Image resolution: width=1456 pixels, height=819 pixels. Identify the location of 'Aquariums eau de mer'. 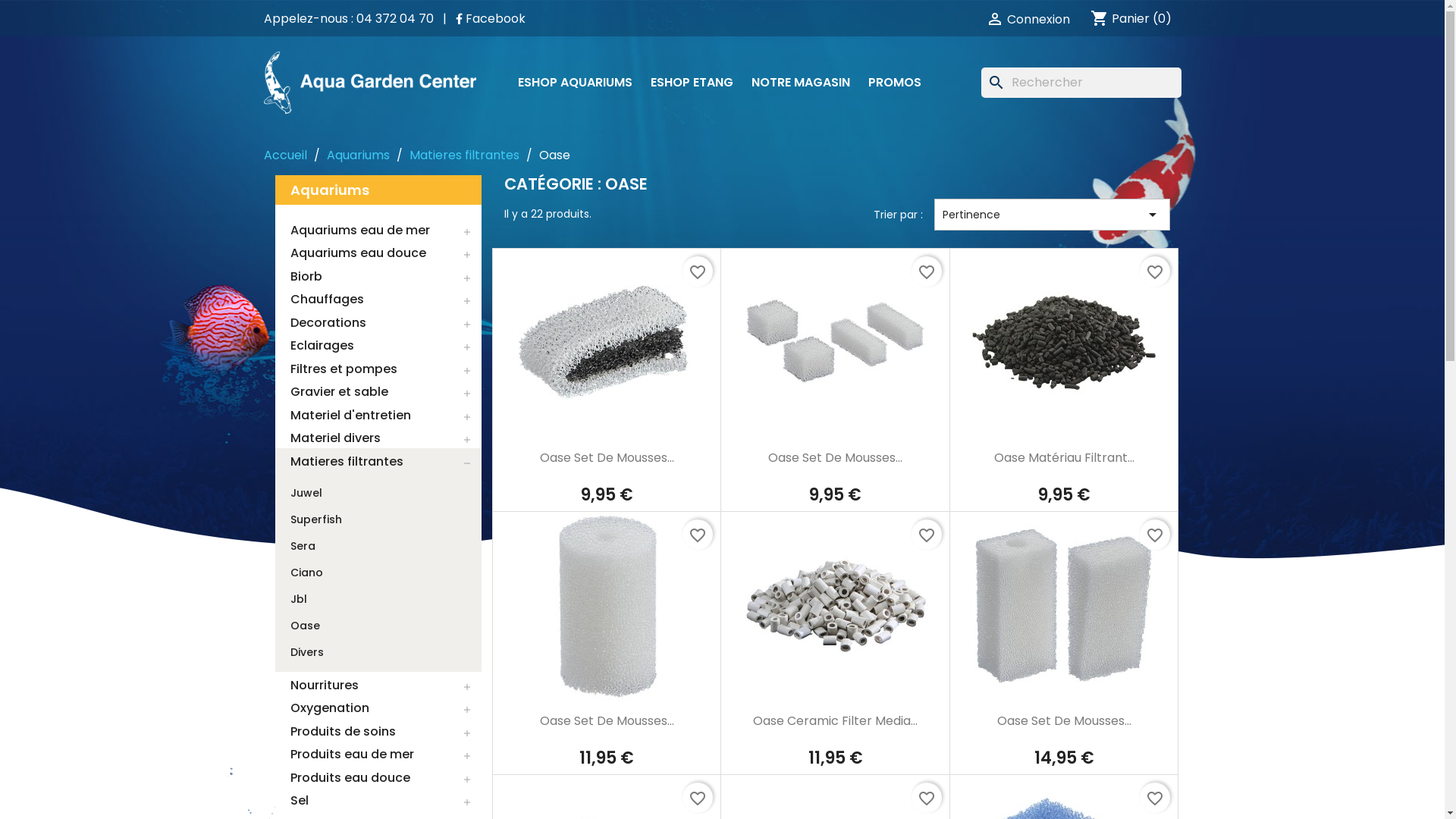
(378, 231).